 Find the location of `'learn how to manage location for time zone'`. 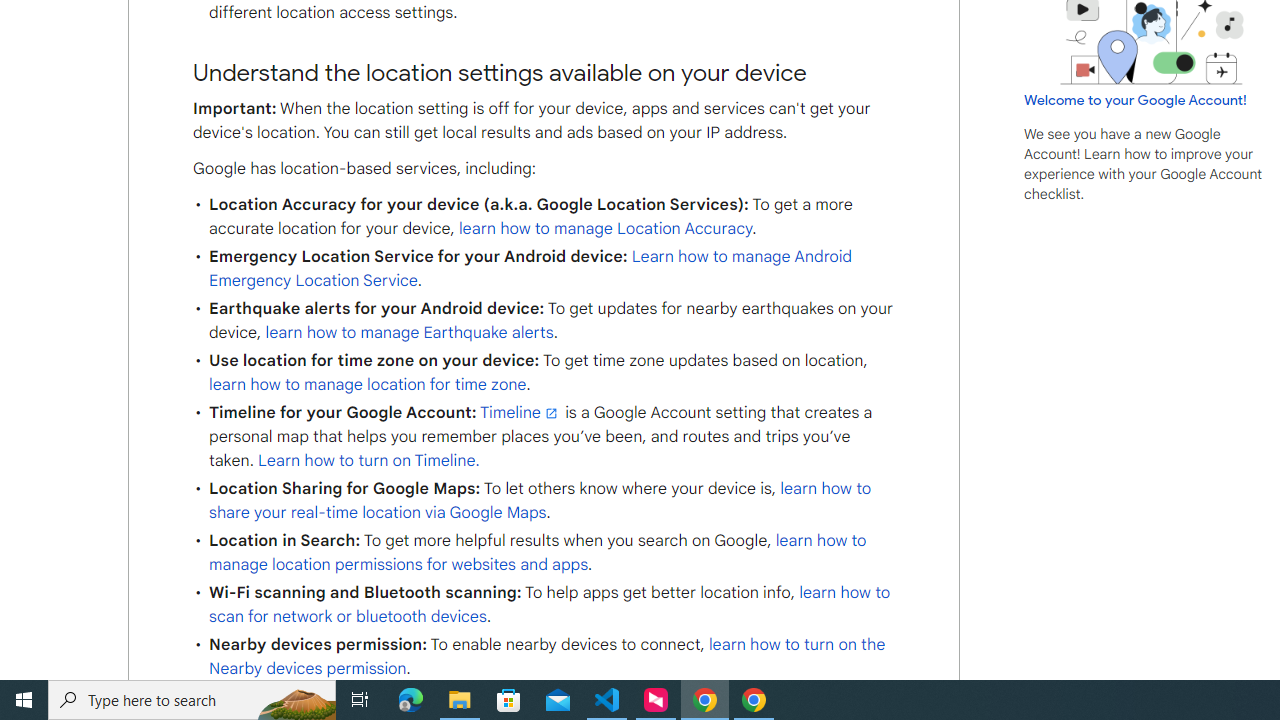

'learn how to manage location for time zone' is located at coordinates (368, 385).